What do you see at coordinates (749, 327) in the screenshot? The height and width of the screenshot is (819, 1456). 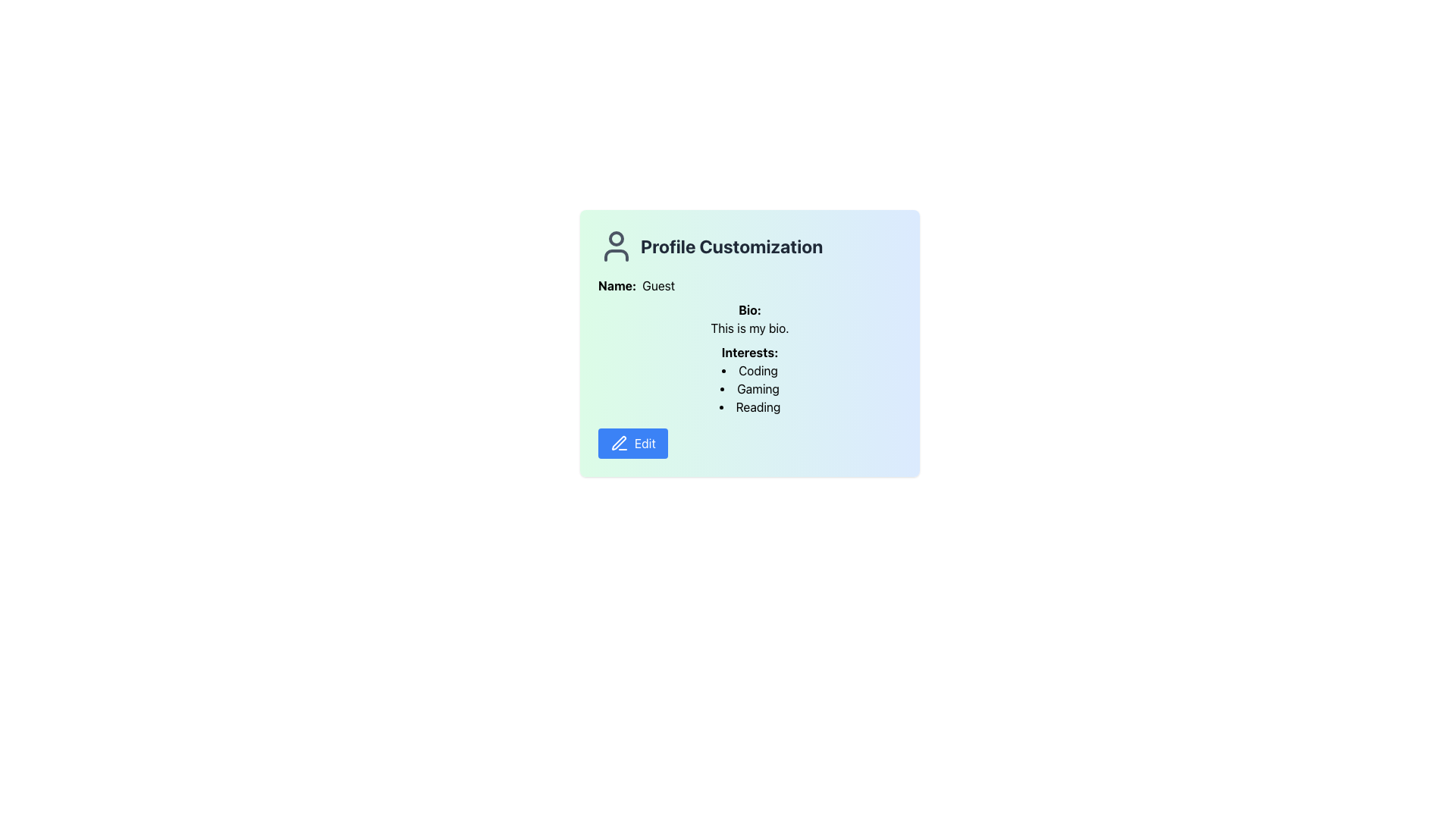 I see `text string 'This is my bio.' located beneath the 'Bio:' text in the Profile Customization section` at bounding box center [749, 327].